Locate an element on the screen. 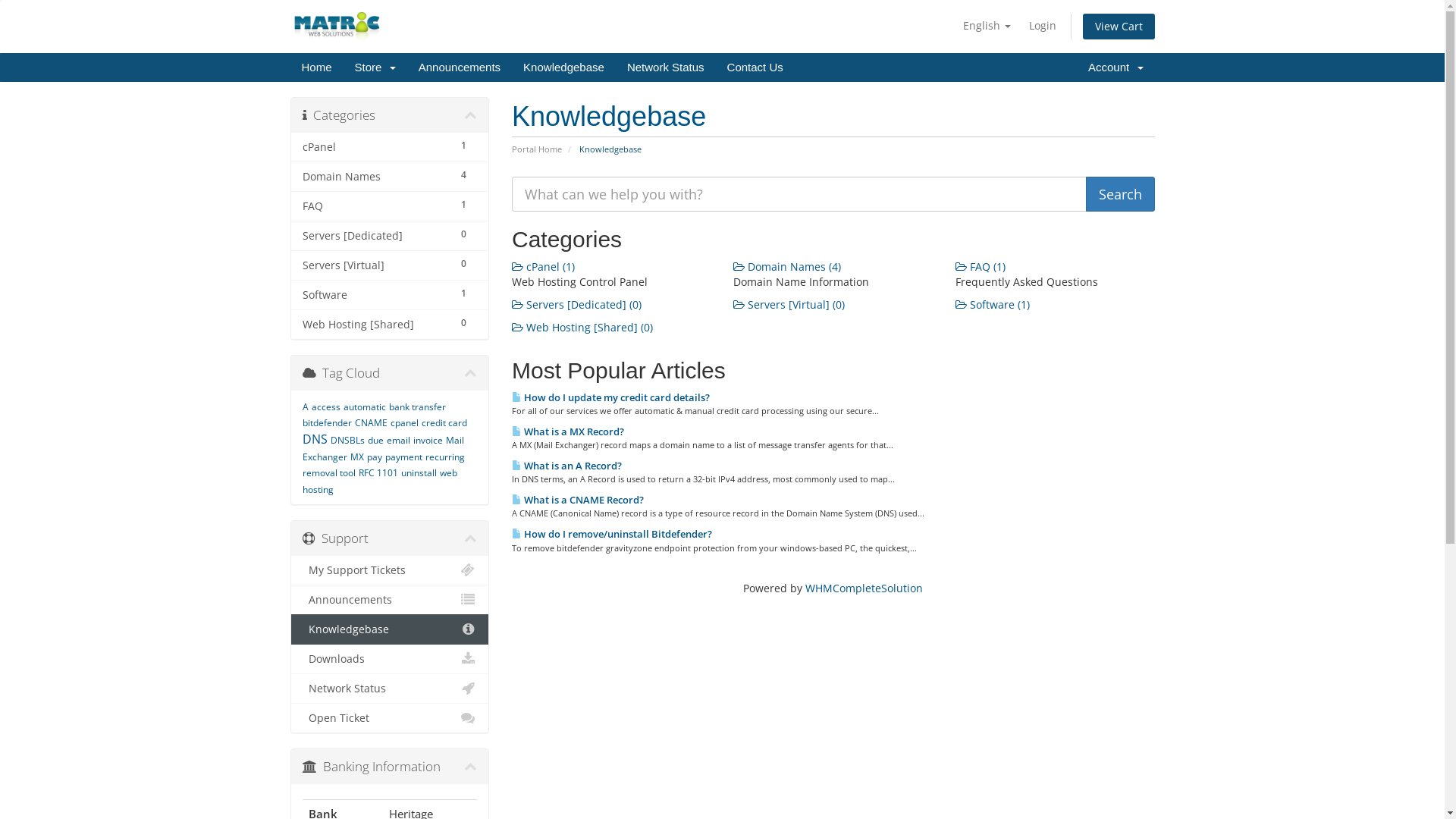 This screenshot has height=819, width=1456. 'English' is located at coordinates (954, 26).